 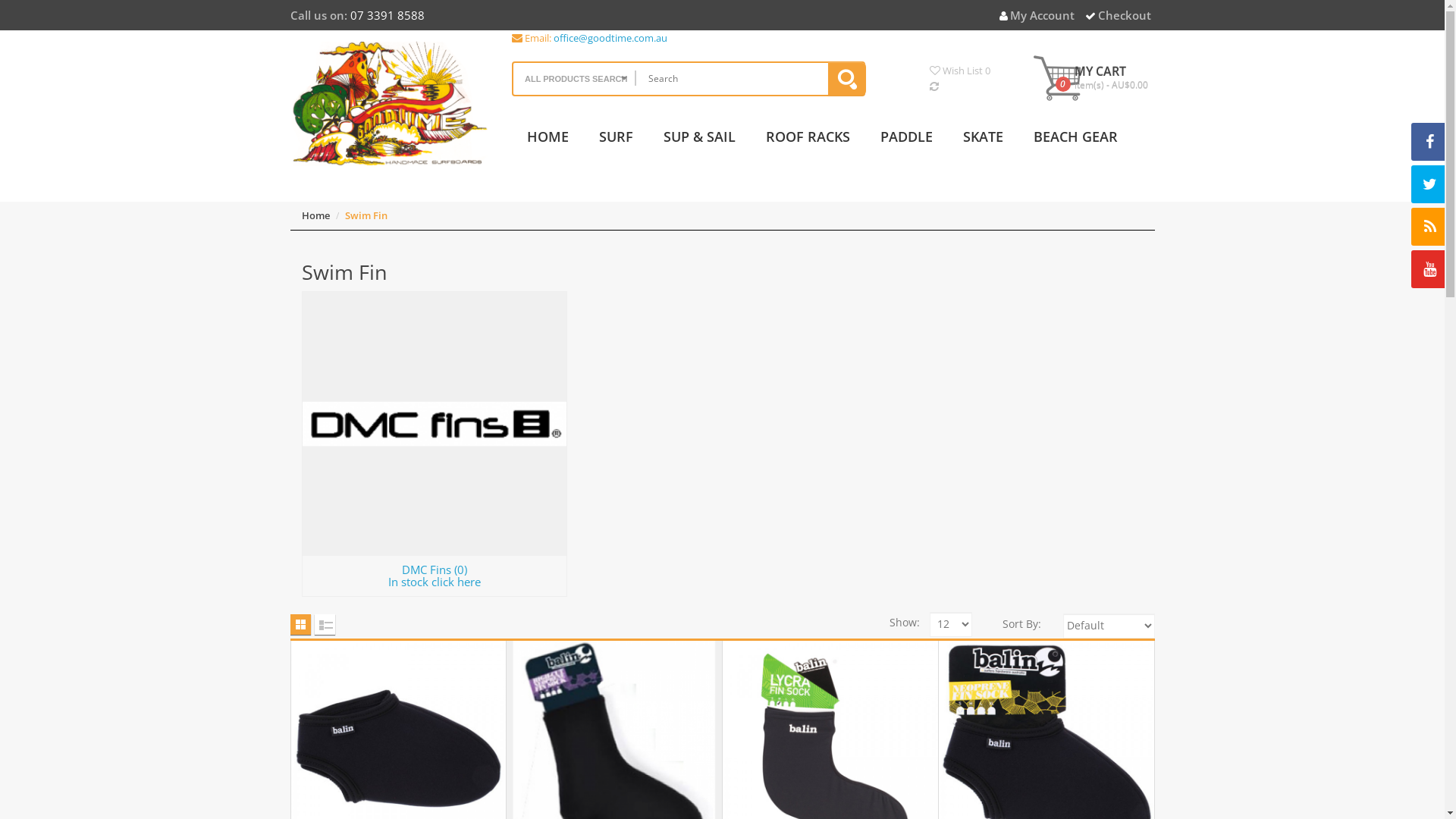 I want to click on 'Call us on:', so click(x=317, y=14).